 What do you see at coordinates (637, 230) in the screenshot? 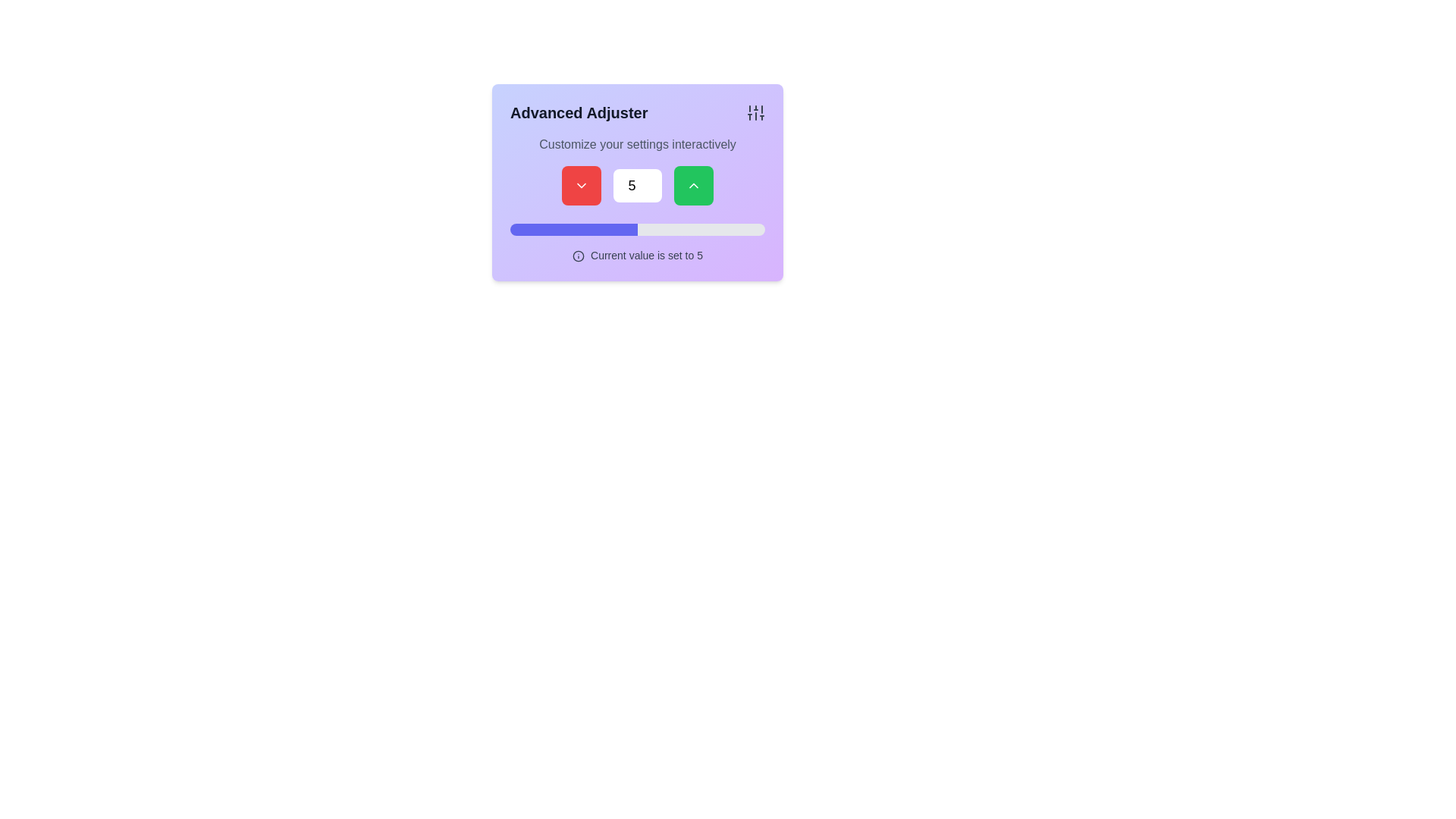
I see `the prominent horizontal progress bar positioned below the numeric input box and the up and down arrows` at bounding box center [637, 230].